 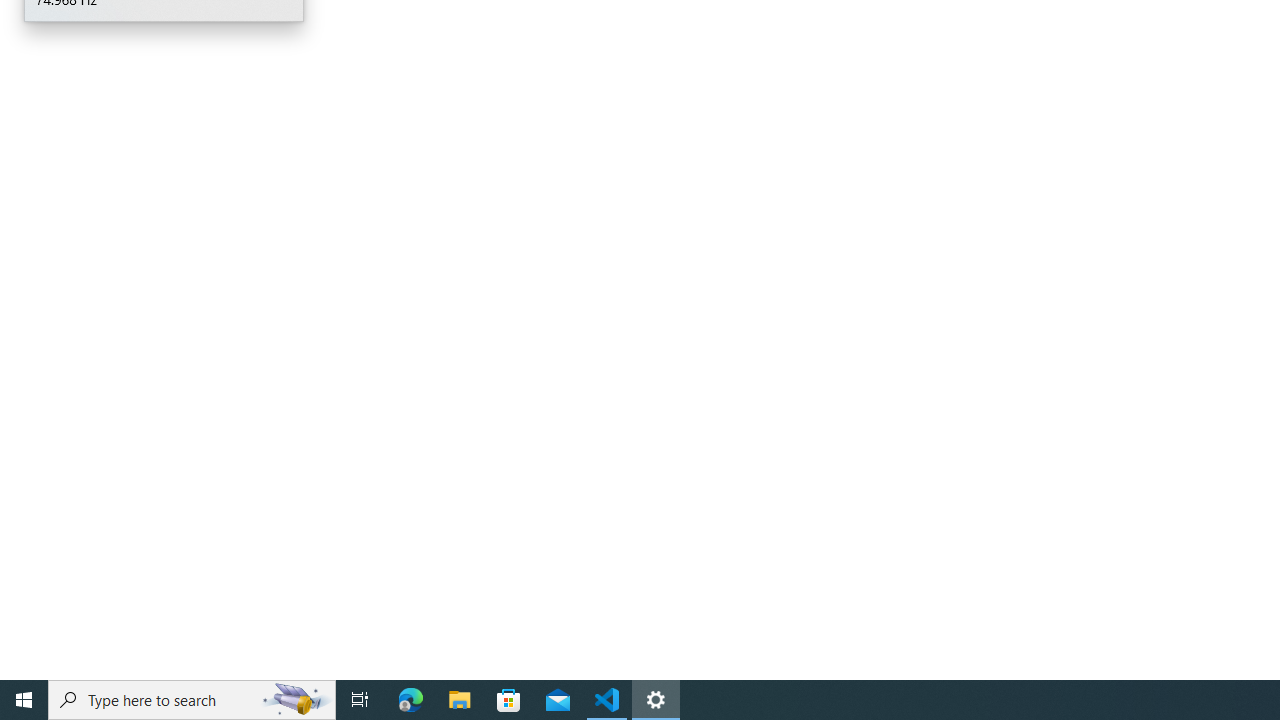 I want to click on 'Task View', so click(x=359, y=698).